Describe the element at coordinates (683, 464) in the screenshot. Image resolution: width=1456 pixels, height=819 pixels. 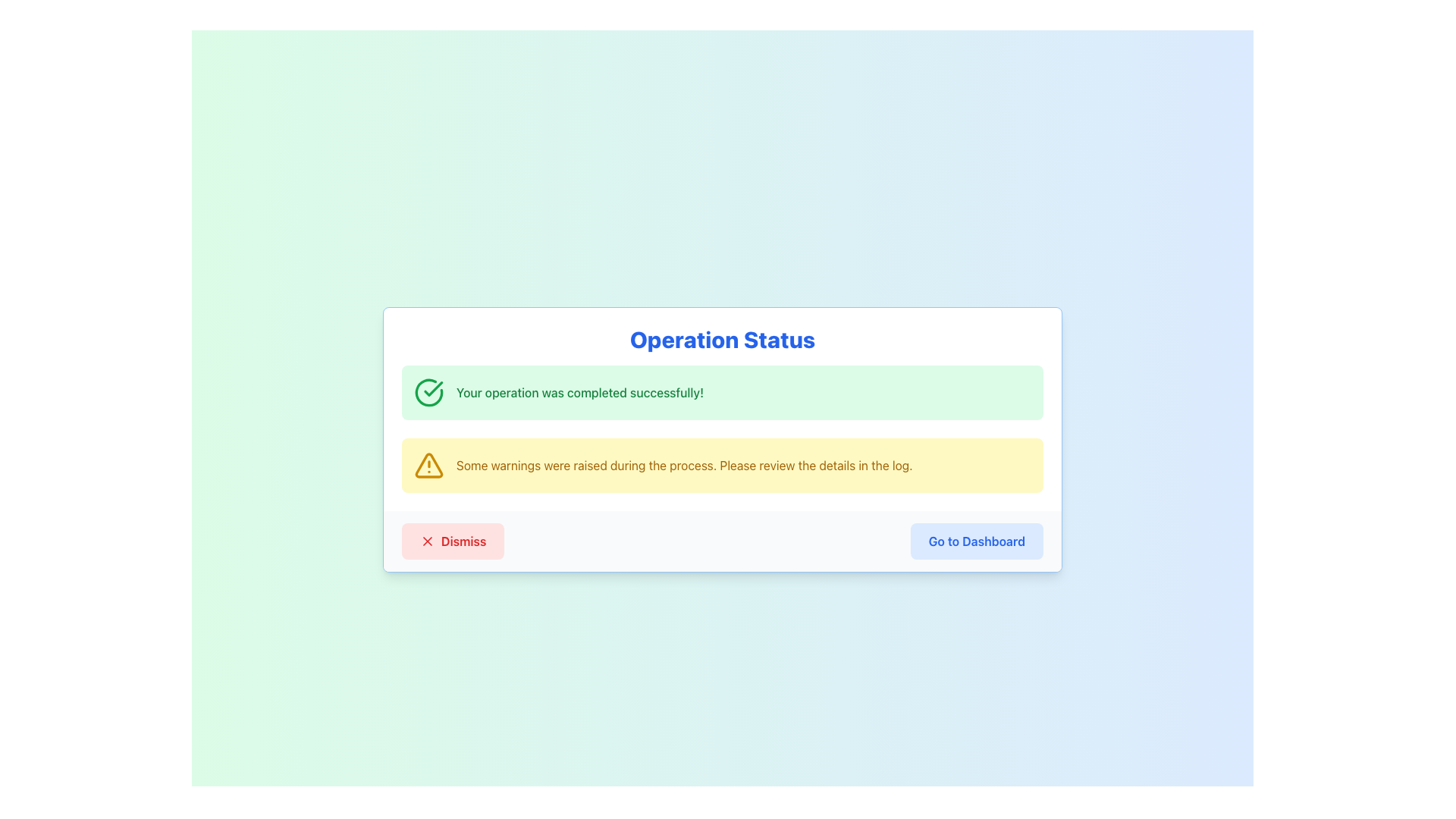
I see `warning text that provides information about issues during a process, located to the right of the yellow warning triangle icon` at that location.